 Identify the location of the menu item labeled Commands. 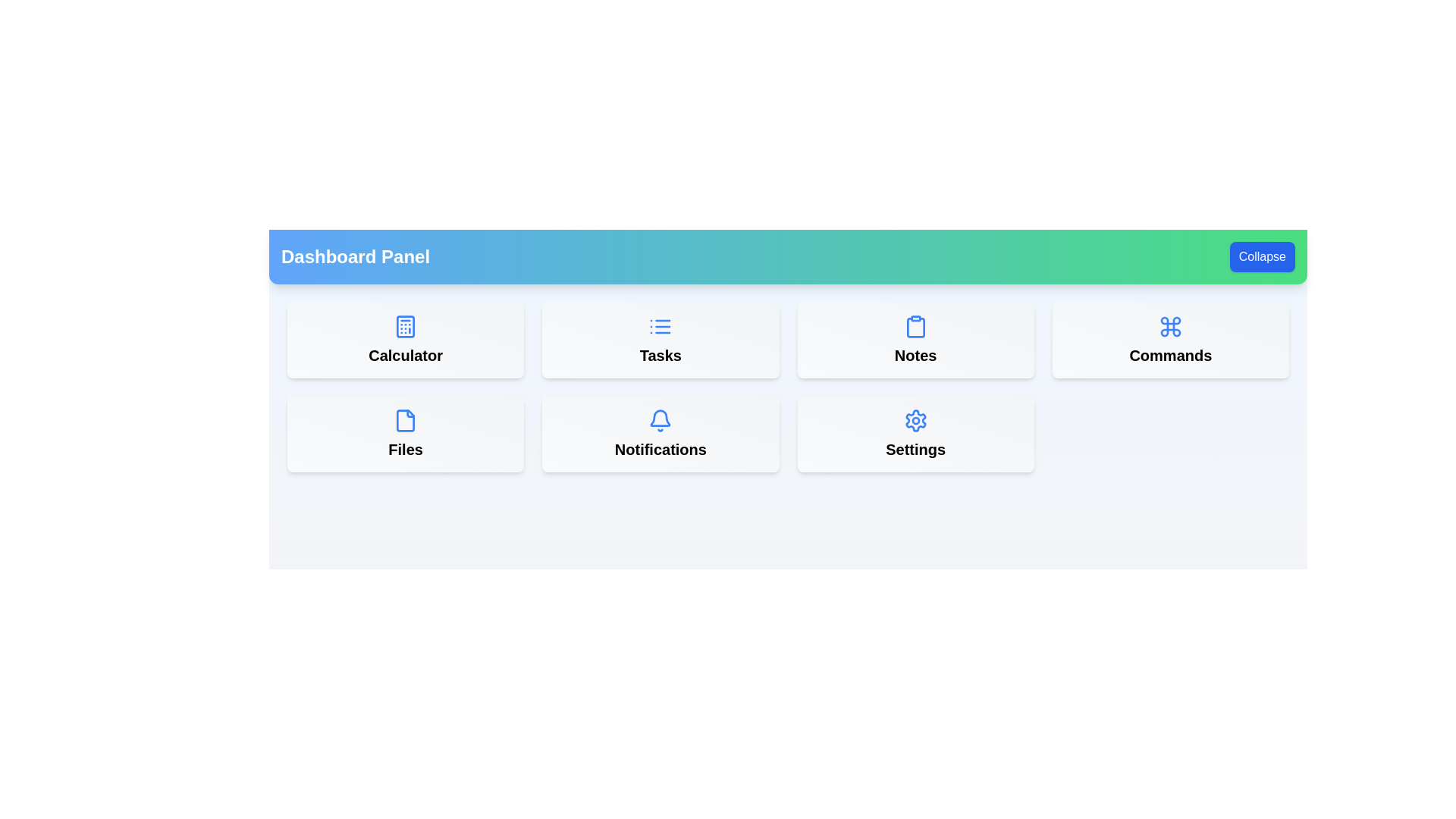
(1169, 339).